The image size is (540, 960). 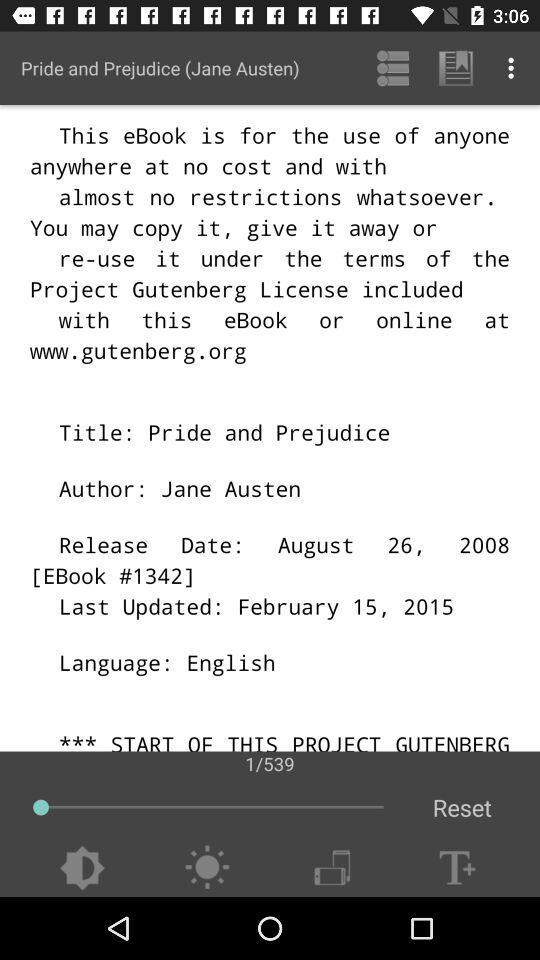 I want to click on increase brightness, so click(x=206, y=867).